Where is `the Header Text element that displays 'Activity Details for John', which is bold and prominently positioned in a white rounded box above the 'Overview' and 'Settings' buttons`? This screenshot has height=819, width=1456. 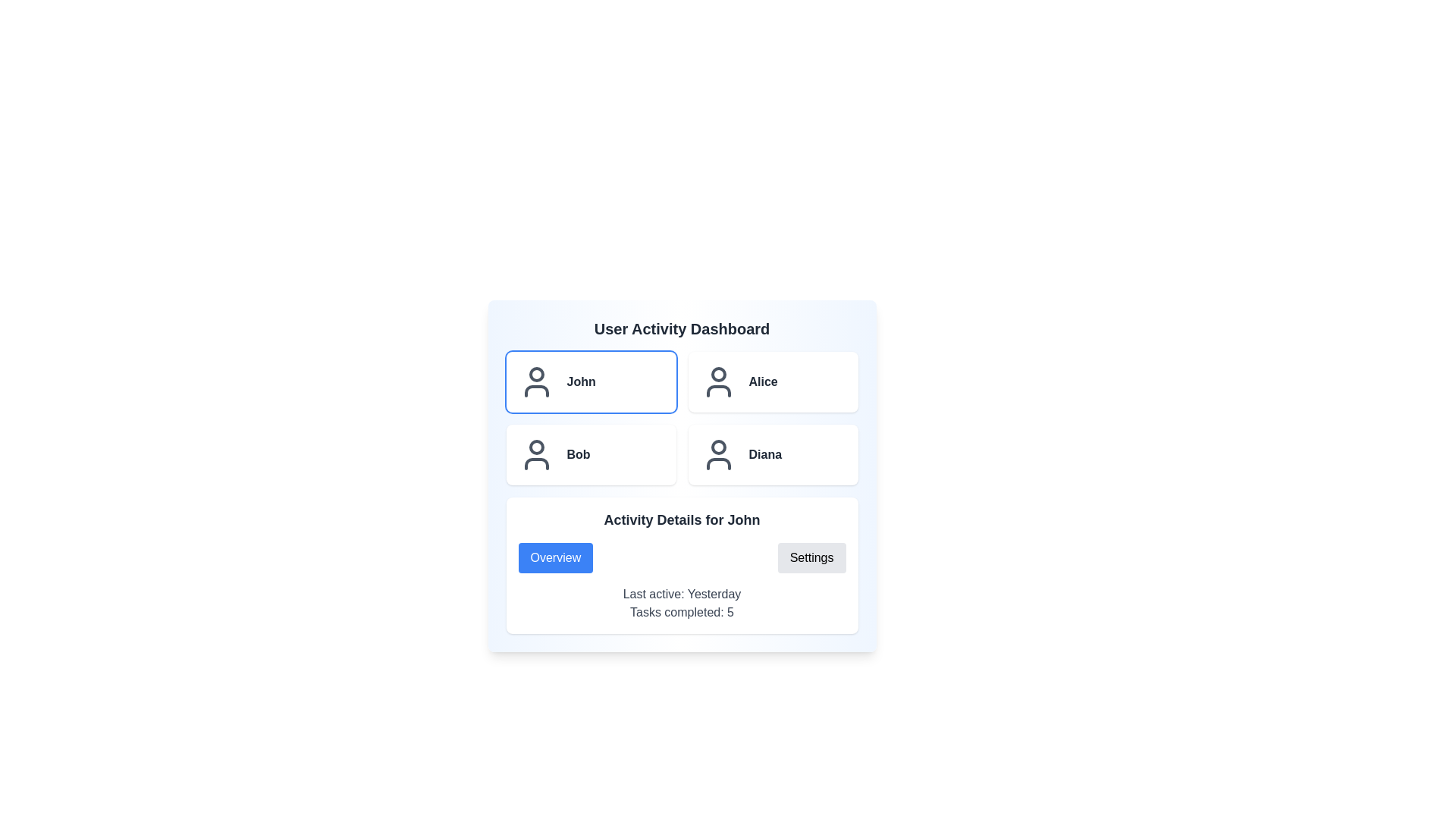 the Header Text element that displays 'Activity Details for John', which is bold and prominently positioned in a white rounded box above the 'Overview' and 'Settings' buttons is located at coordinates (681, 519).